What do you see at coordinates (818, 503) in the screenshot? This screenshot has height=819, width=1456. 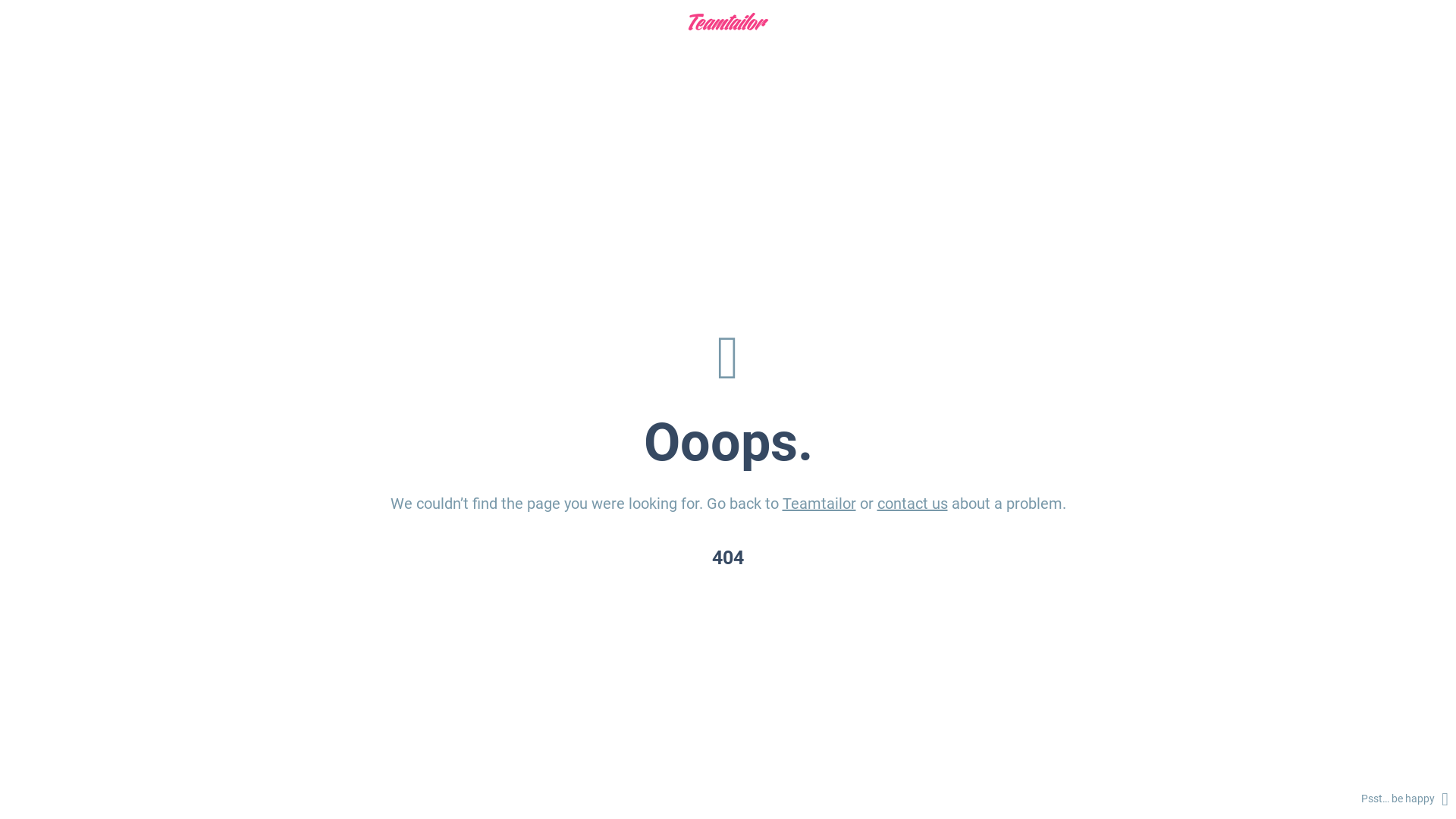 I see `'Teamtailor'` at bounding box center [818, 503].